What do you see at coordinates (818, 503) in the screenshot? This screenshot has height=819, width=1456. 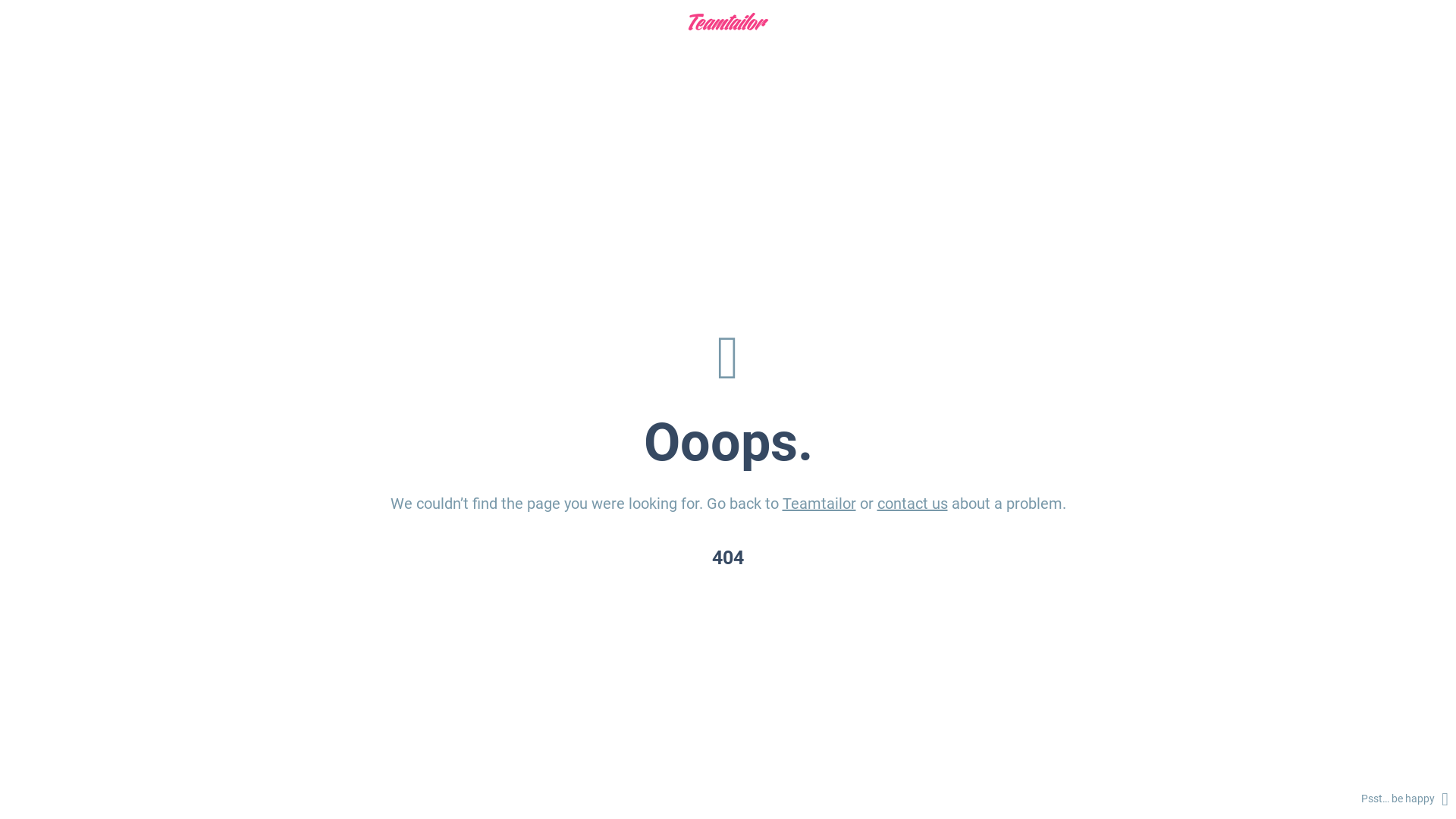 I see `'Teamtailor'` at bounding box center [818, 503].